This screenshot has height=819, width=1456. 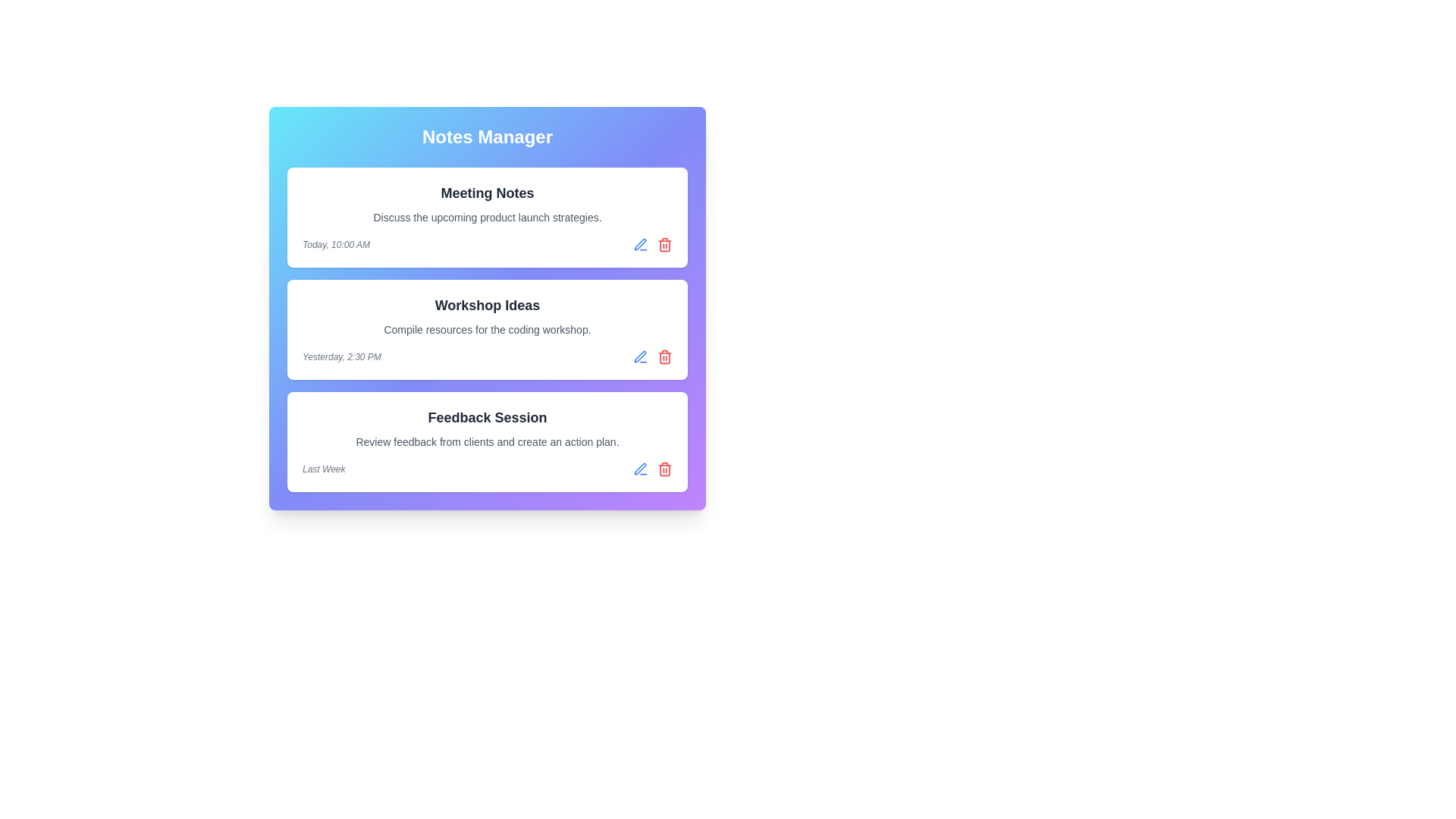 What do you see at coordinates (640, 244) in the screenshot?
I see `the edit icon for the note titled 'Meeting Notes'` at bounding box center [640, 244].